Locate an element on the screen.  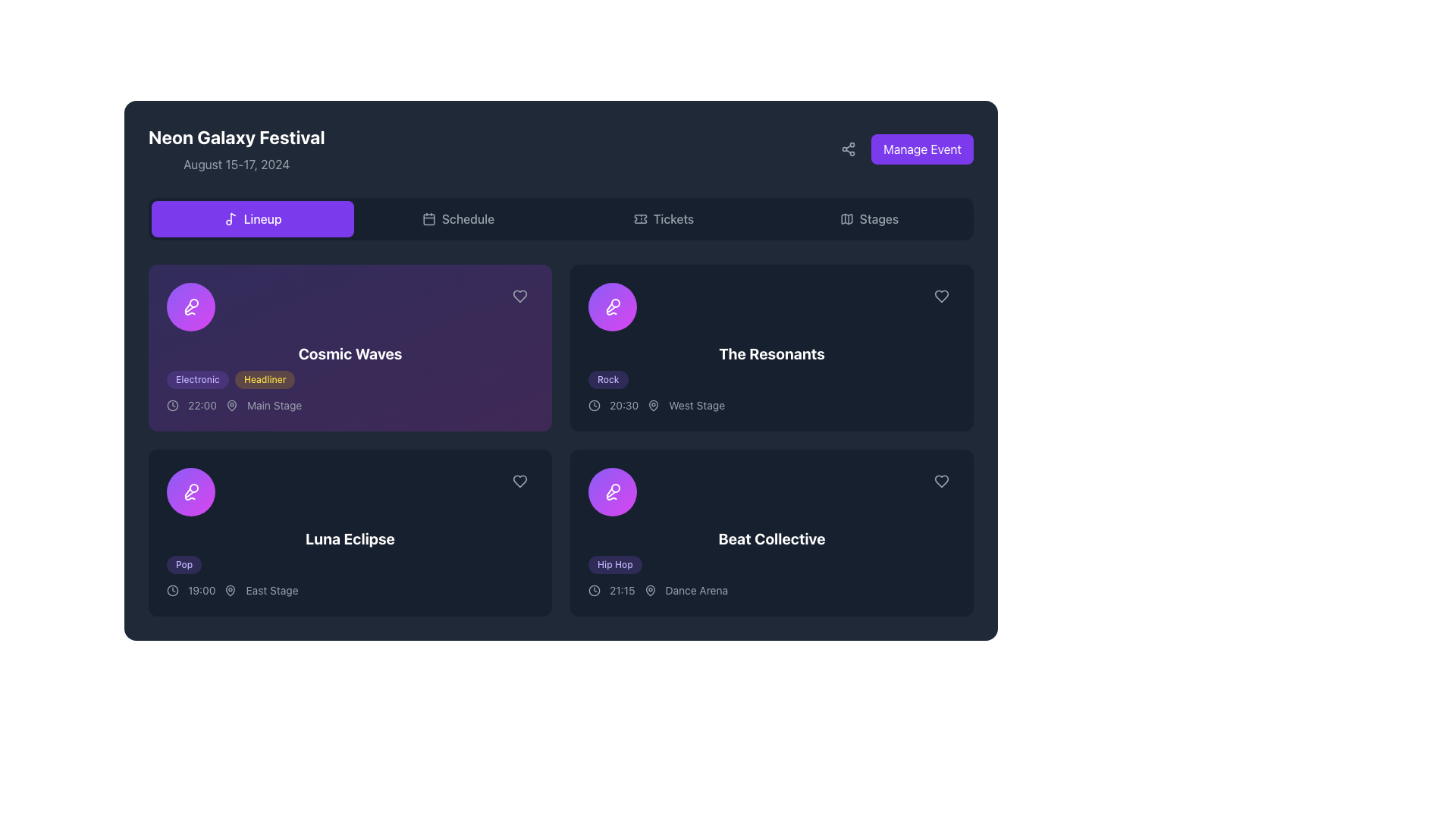
the 'Beat Collective' informational card located in the bottom right corner of the grid is located at coordinates (771, 532).